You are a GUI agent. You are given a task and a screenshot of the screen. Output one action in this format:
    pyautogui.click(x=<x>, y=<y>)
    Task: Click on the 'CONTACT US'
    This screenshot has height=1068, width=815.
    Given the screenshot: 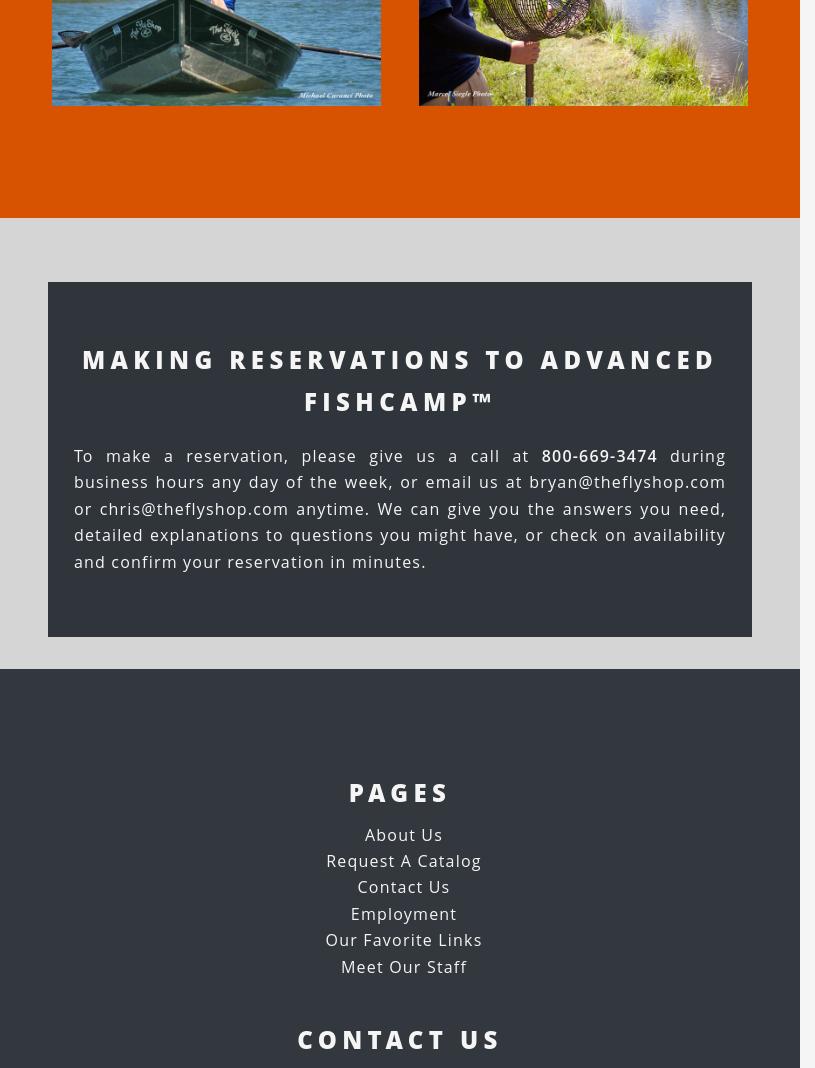 What is the action you would take?
    pyautogui.click(x=295, y=1038)
    